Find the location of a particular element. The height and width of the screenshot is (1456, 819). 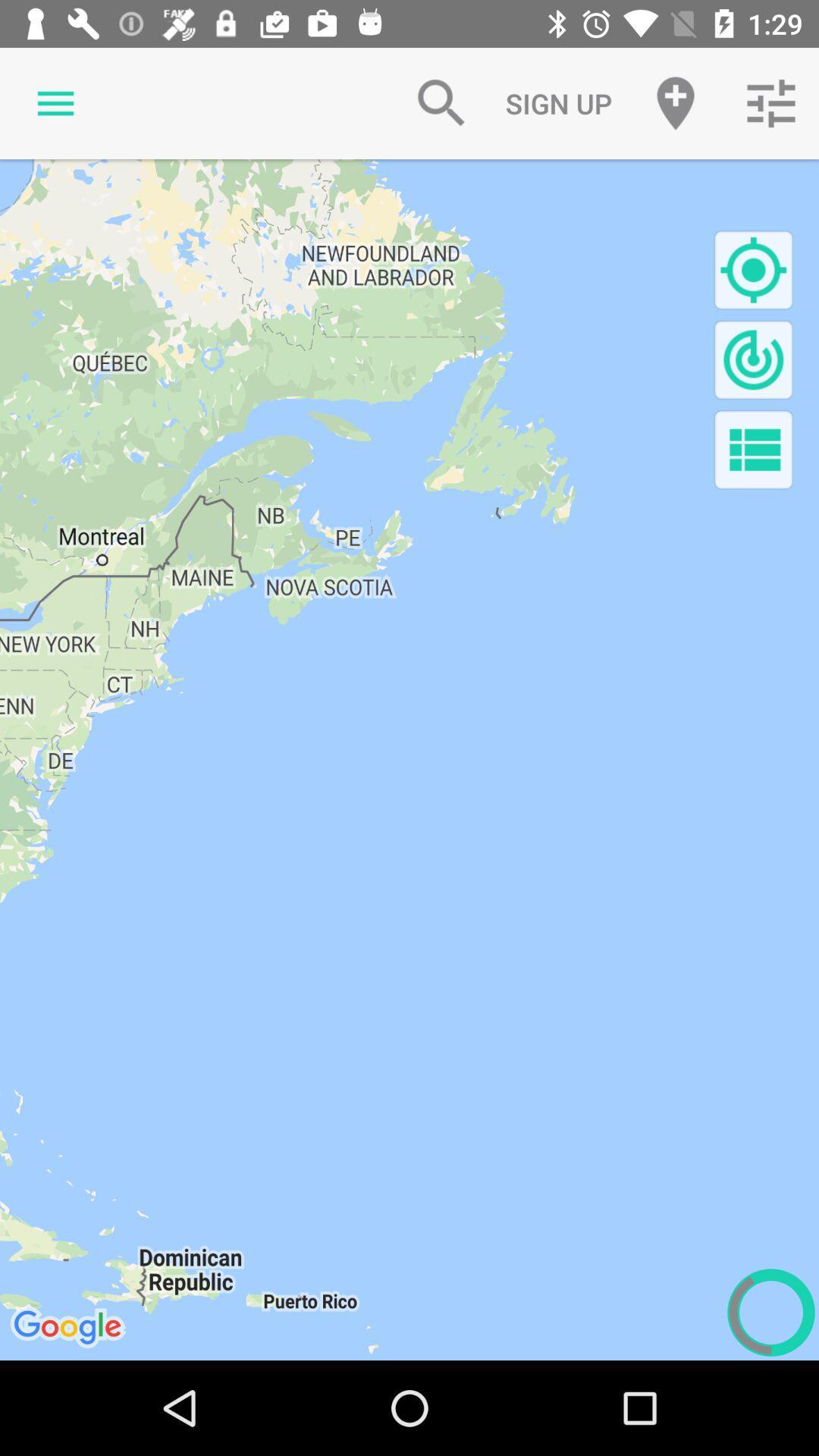

the item next to the sign up item is located at coordinates (441, 102).